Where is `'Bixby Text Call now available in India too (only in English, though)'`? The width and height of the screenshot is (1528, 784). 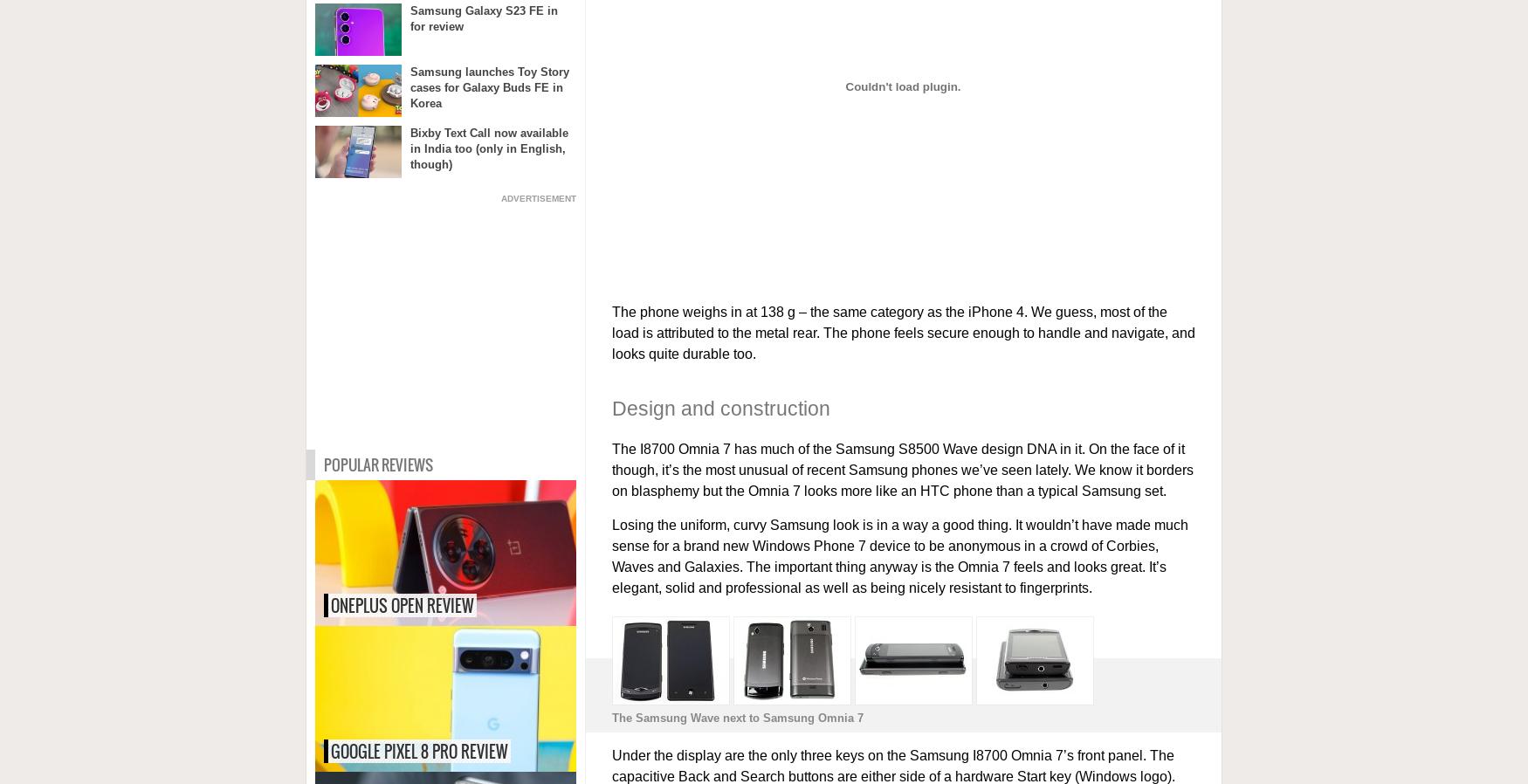
'Bixby Text Call now available in India too (only in English, though)' is located at coordinates (487, 148).